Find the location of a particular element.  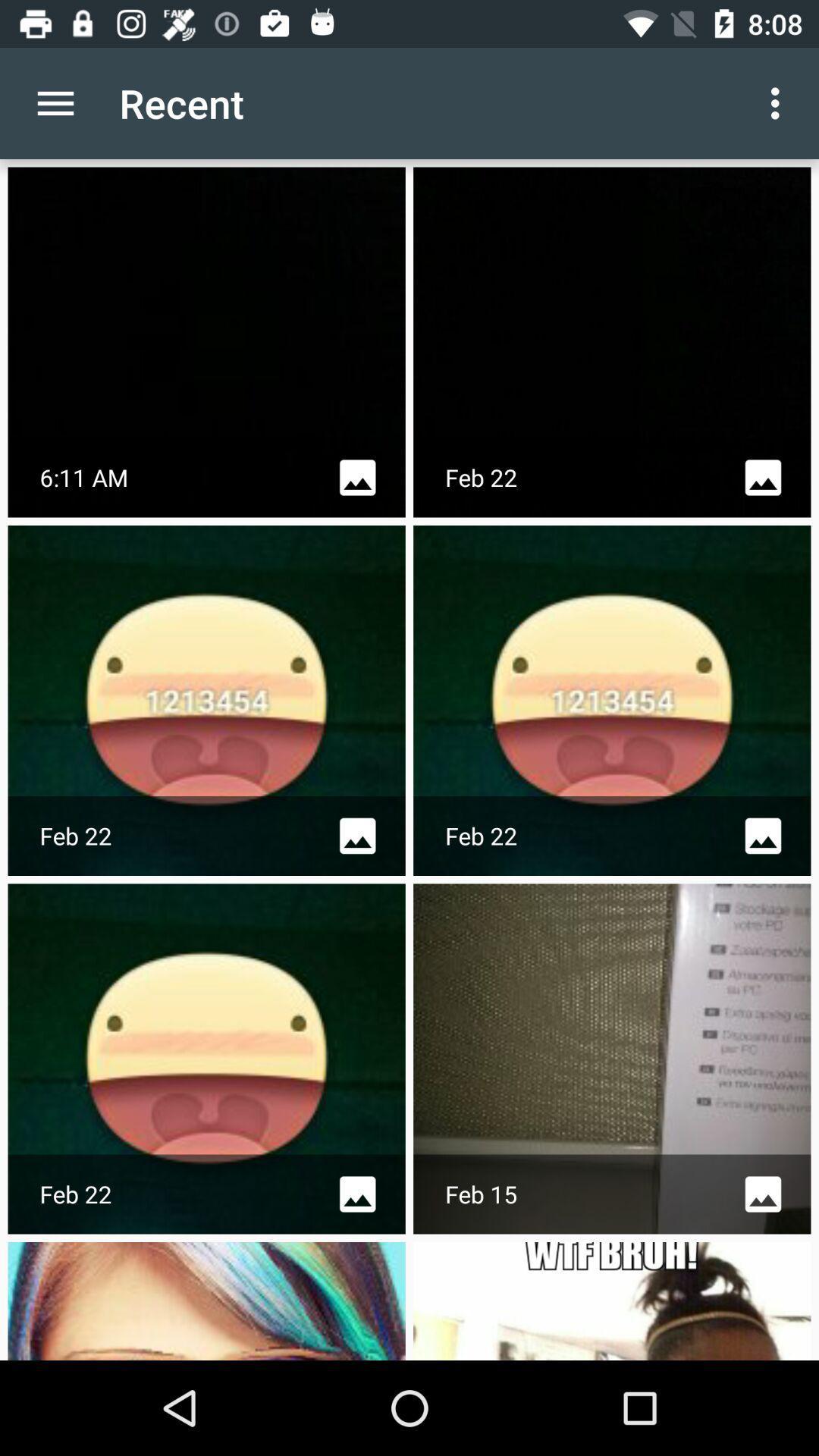

item to the left of recent app is located at coordinates (55, 102).